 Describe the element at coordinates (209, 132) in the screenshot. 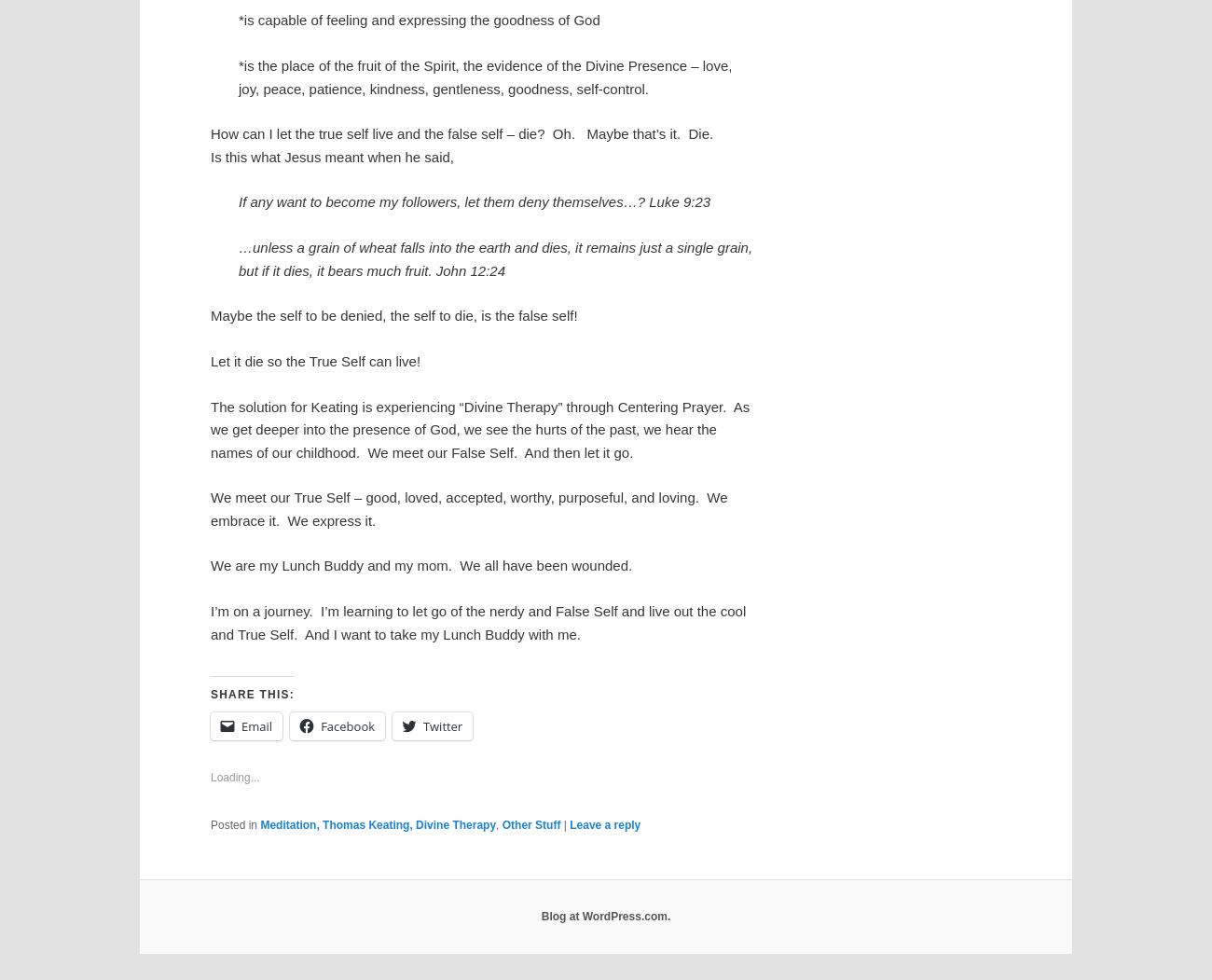

I see `'How can I let the true self live and the false self – die?  Oh.   Maybe that’s it.  Die.'` at that location.